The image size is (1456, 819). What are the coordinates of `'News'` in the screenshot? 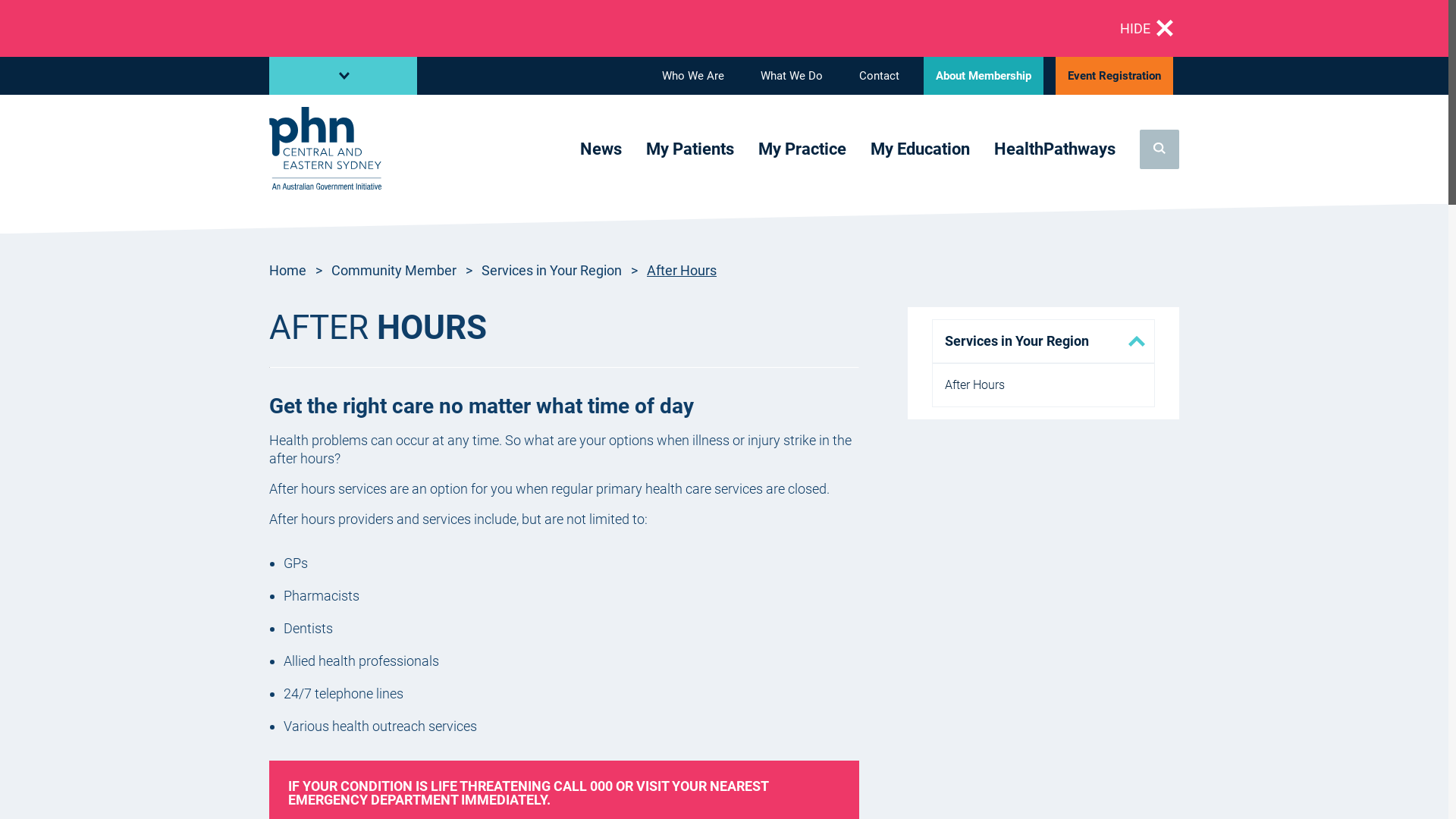 It's located at (579, 151).